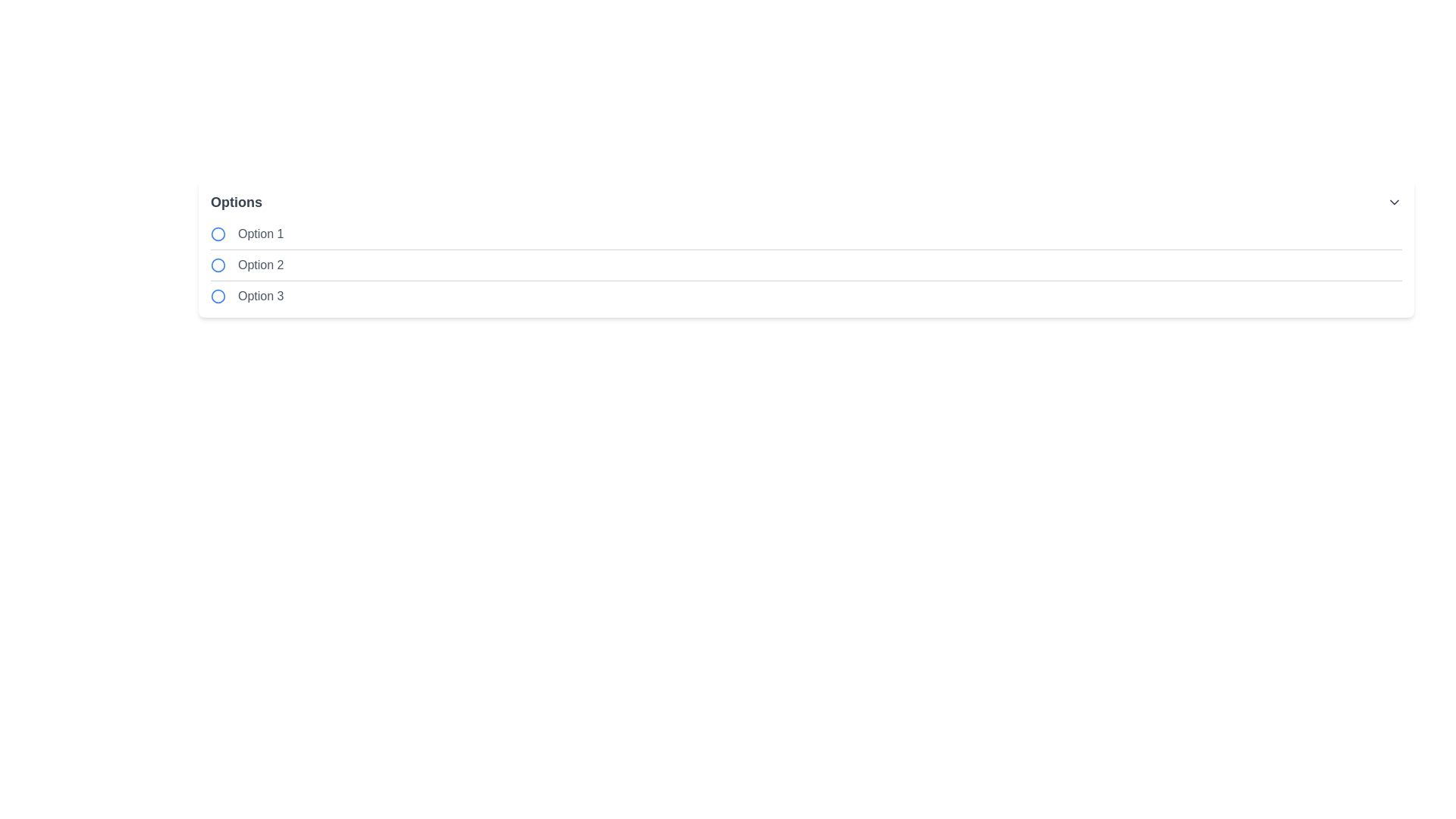 The width and height of the screenshot is (1456, 819). I want to click on the radio button styled with a blue outline that is aligned with 'Option 3', so click(218, 296).